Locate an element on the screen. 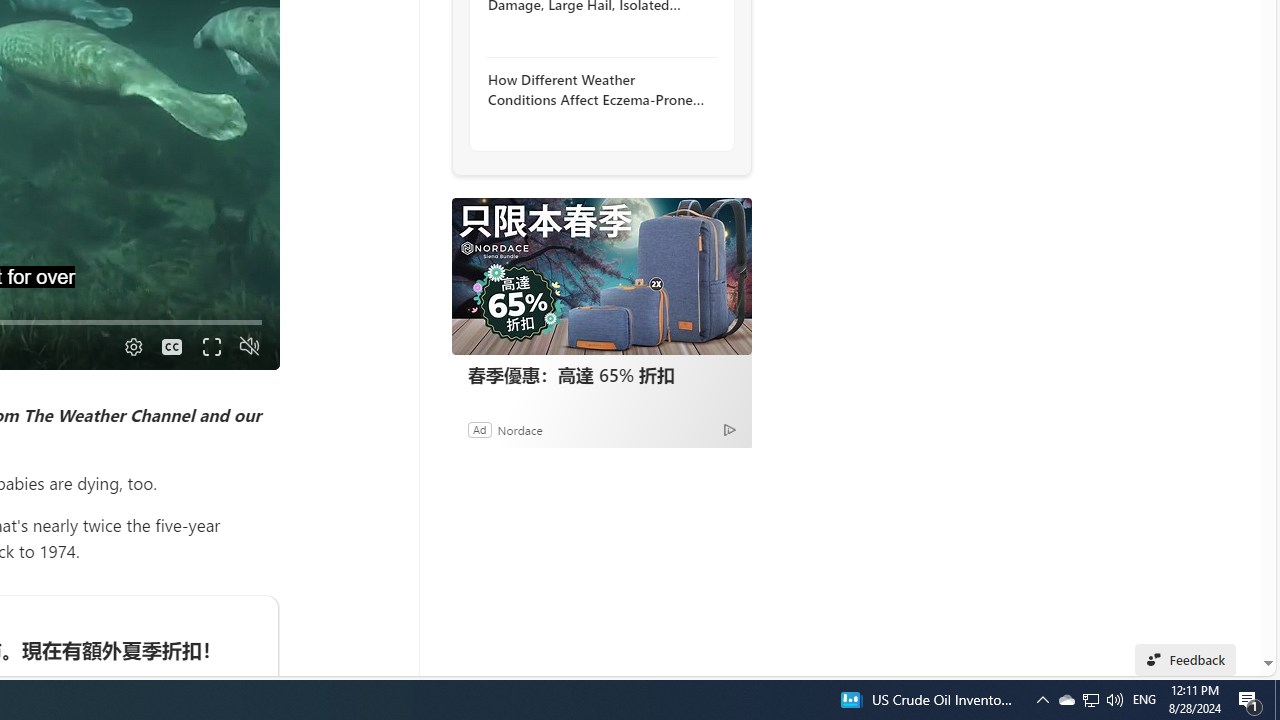 Image resolution: width=1280 pixels, height=720 pixels. 'Feedback' is located at coordinates (1185, 659).